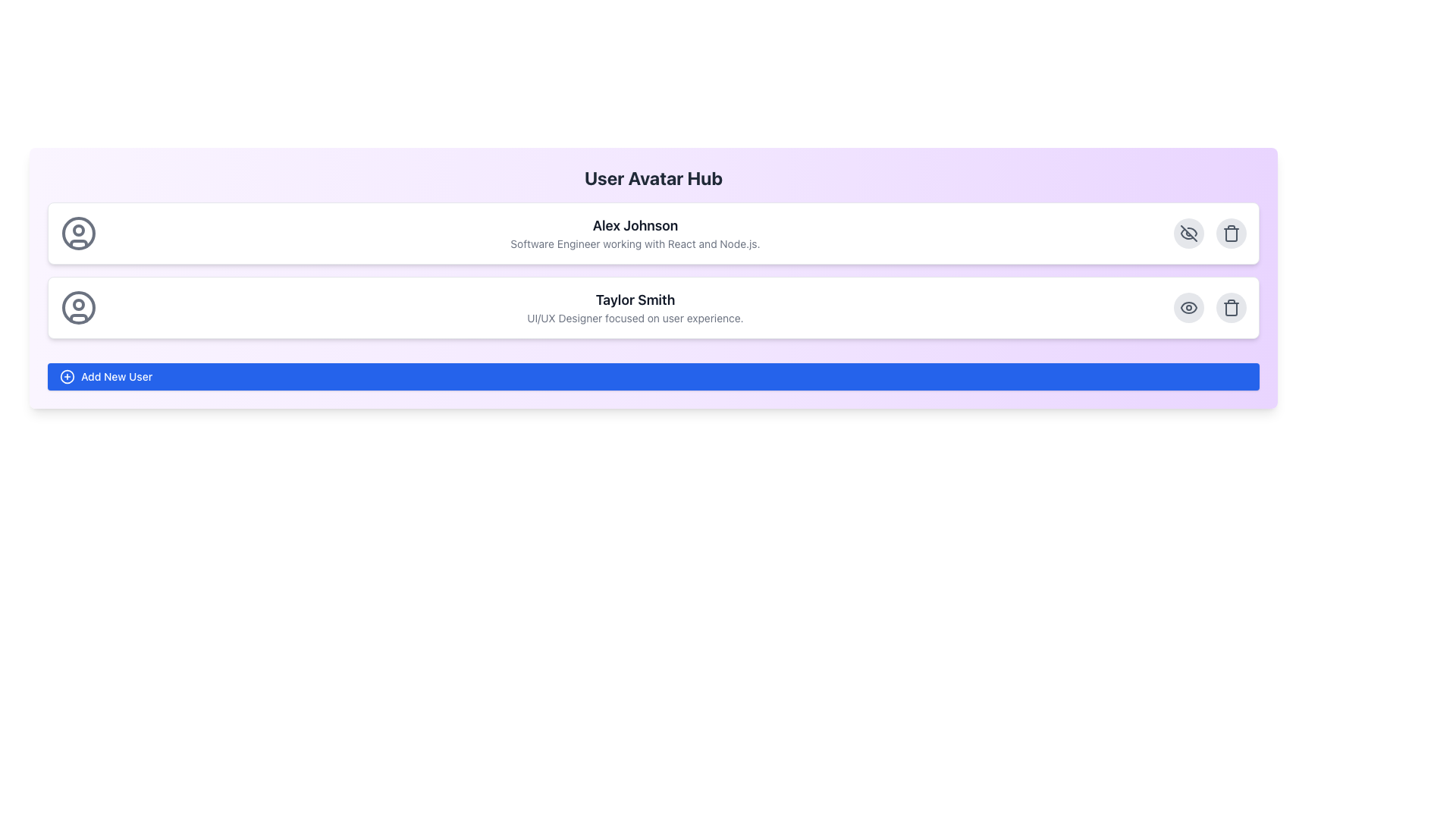 The image size is (1456, 819). What do you see at coordinates (635, 318) in the screenshot?
I see `text label that states 'UI/UX Designer focused on user experience.' located under the name 'Taylor Smith'` at bounding box center [635, 318].